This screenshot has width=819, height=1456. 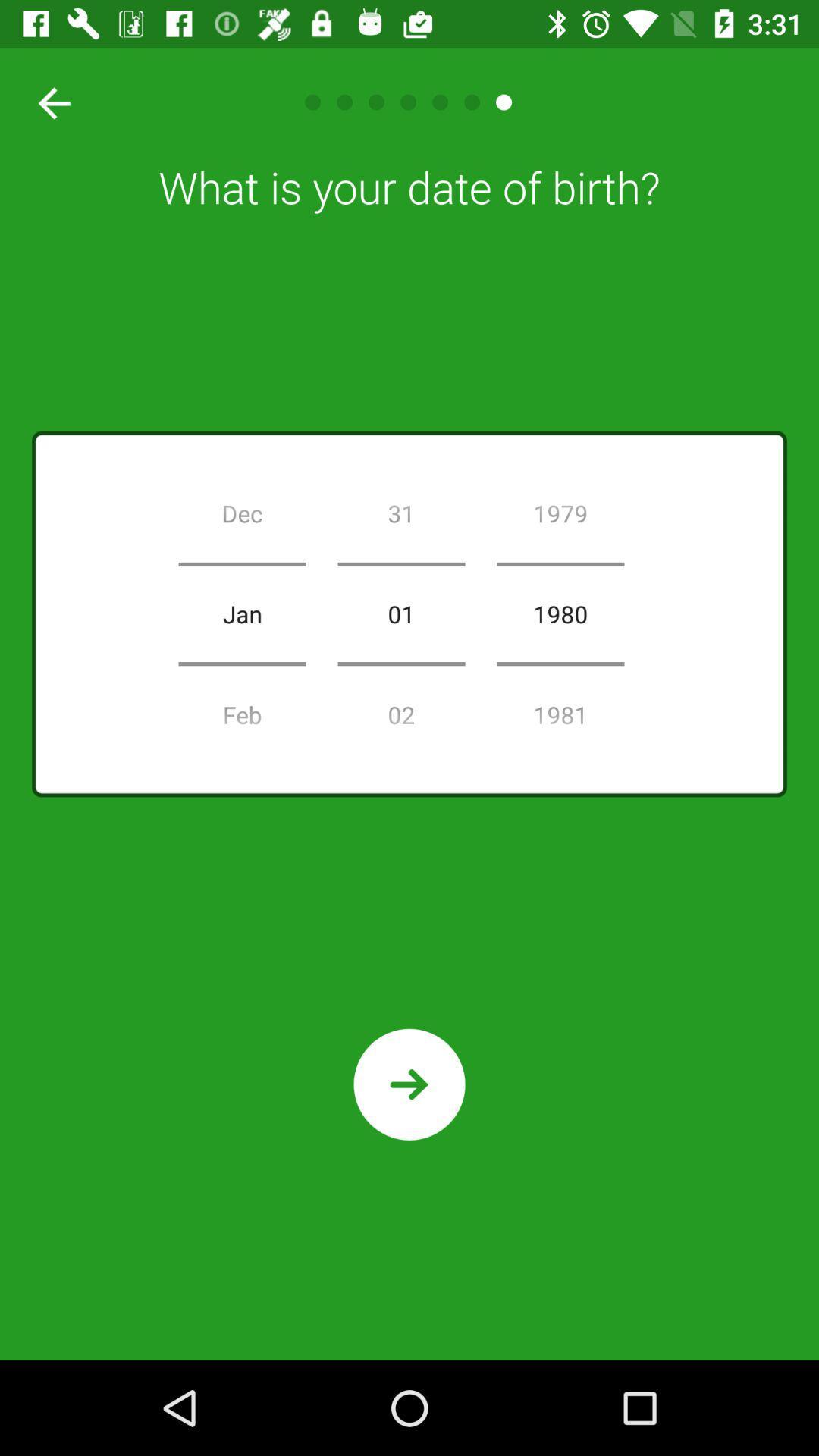 What do you see at coordinates (48, 102) in the screenshot?
I see `back` at bounding box center [48, 102].